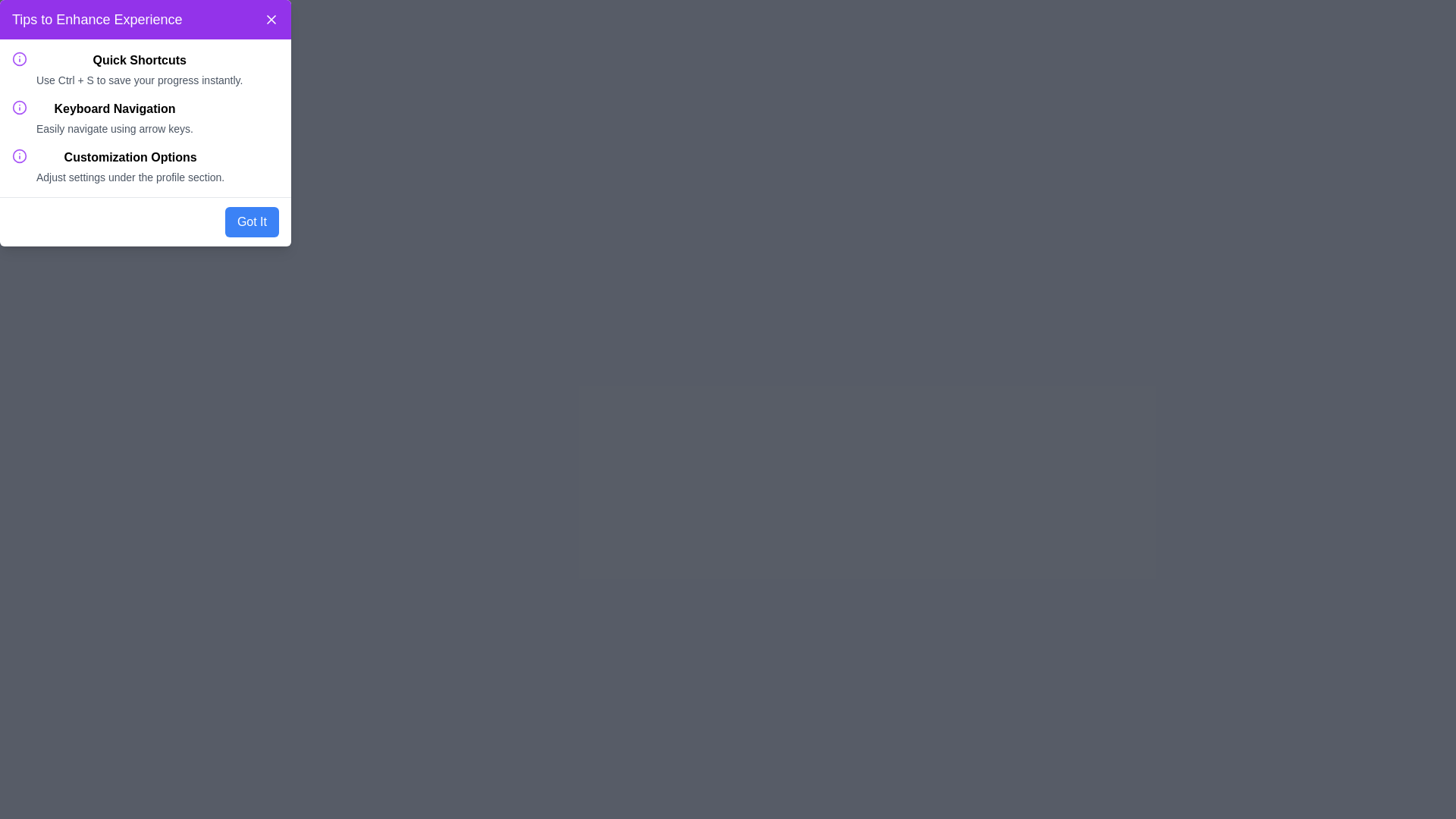 The width and height of the screenshot is (1456, 819). What do you see at coordinates (140, 70) in the screenshot?
I see `the informational text block that introduces the user to a specific keyboard shortcut, located in the top-left corner of the dialog modal, preceded by a purple icon` at bounding box center [140, 70].